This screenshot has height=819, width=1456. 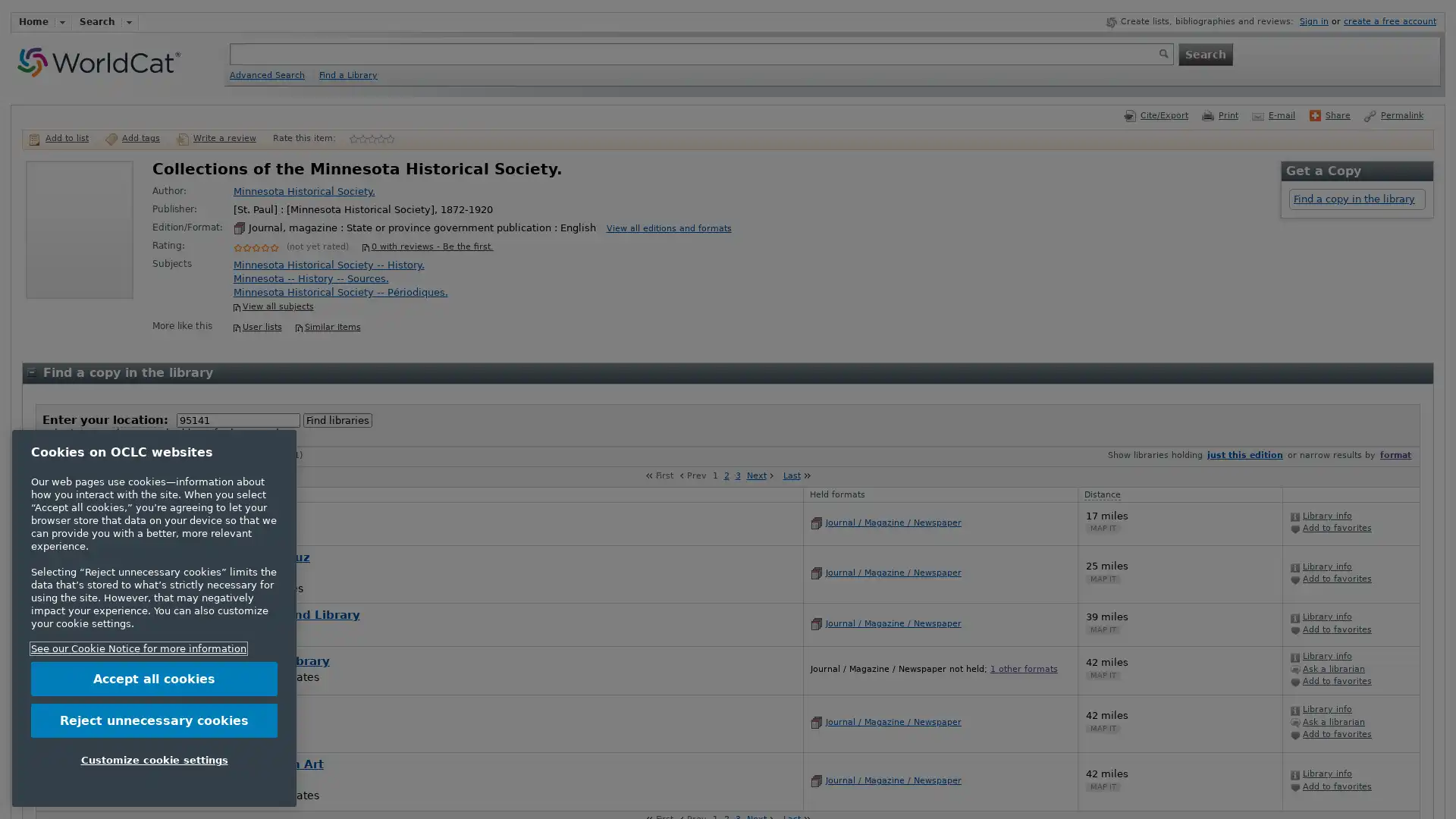 What do you see at coordinates (154, 719) in the screenshot?
I see `Reject unnecessary cookies` at bounding box center [154, 719].